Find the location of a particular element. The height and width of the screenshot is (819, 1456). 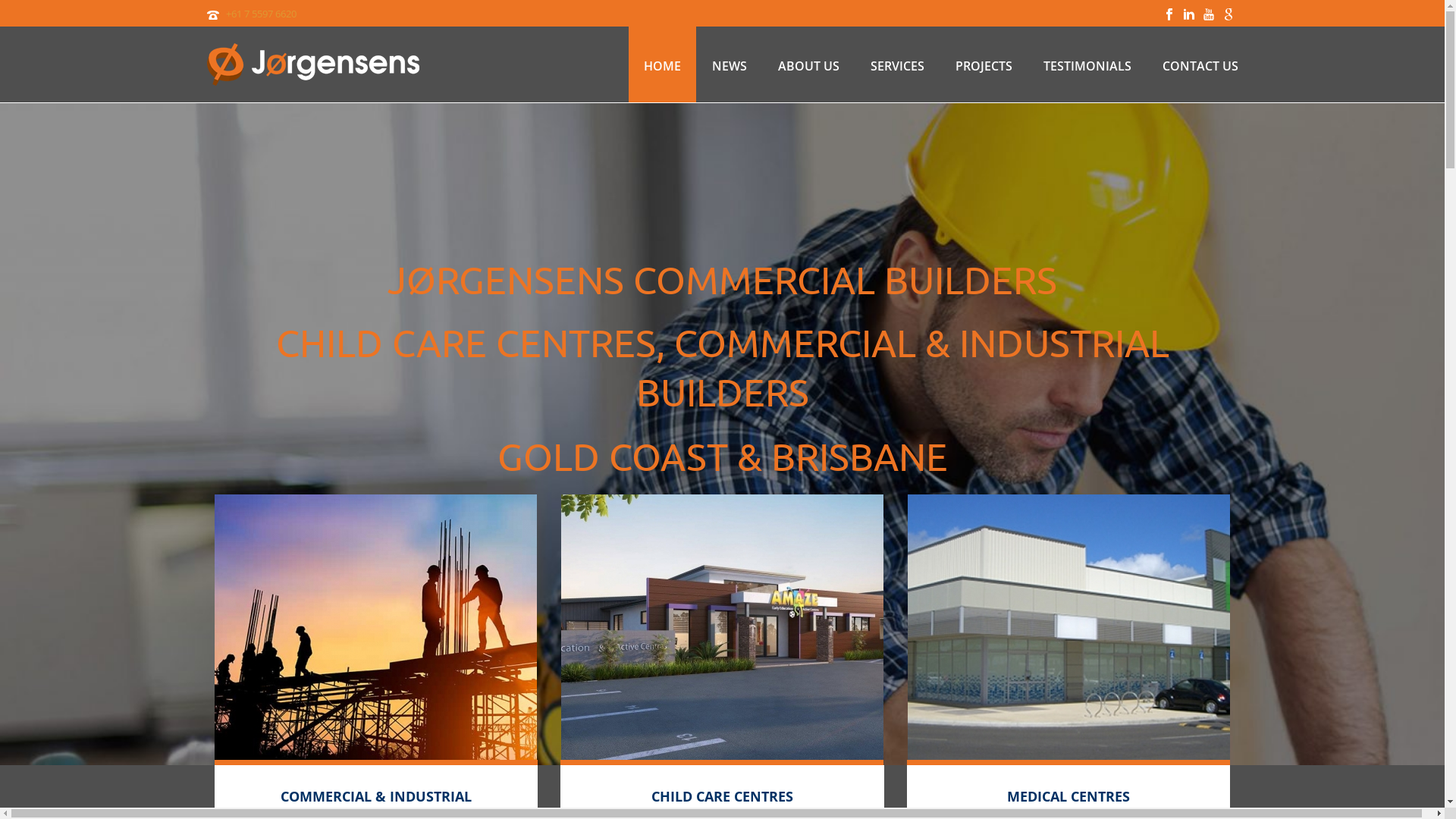

'jorgensens-medical-centre-construction' is located at coordinates (1068, 626).